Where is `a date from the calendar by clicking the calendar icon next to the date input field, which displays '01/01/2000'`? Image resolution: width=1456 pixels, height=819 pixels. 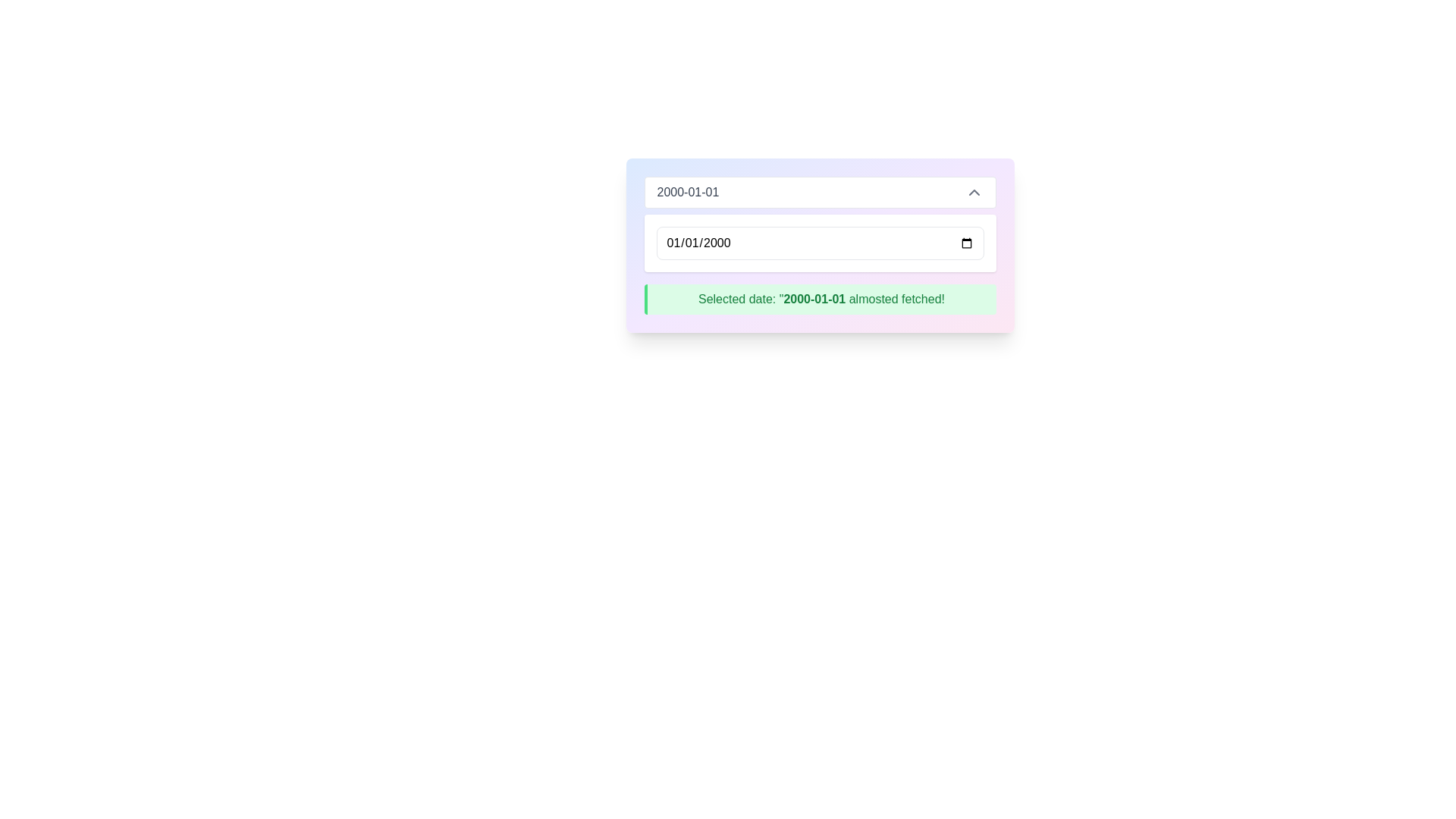
a date from the calendar by clicking the calendar icon next to the date input field, which displays '01/01/2000' is located at coordinates (819, 242).